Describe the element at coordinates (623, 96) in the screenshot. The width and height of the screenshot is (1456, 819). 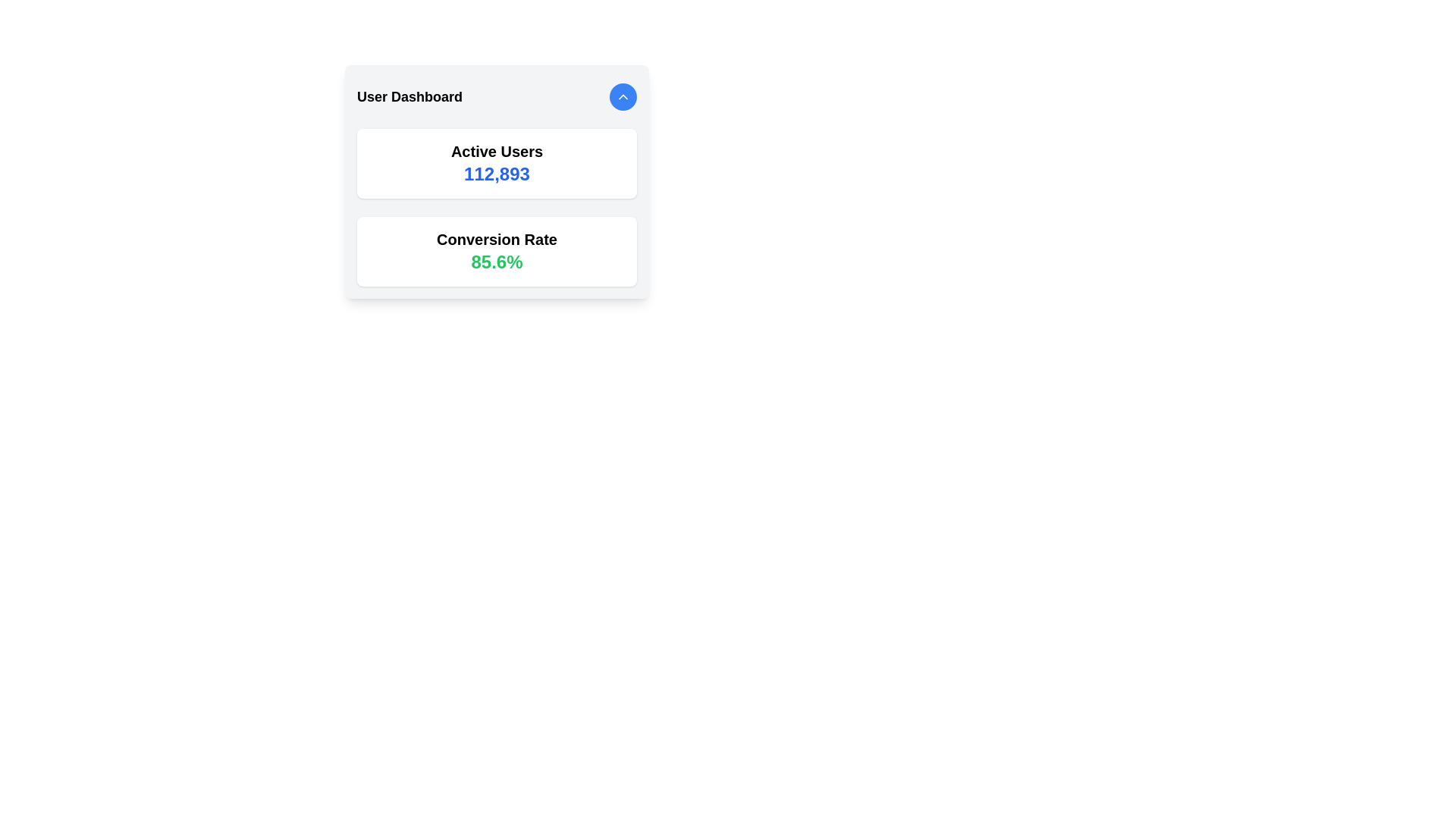
I see `the circular blue button with a white upwards-pointing chevron icon located at the upper right corner of the header section labeled 'User Dashboard'` at that location.